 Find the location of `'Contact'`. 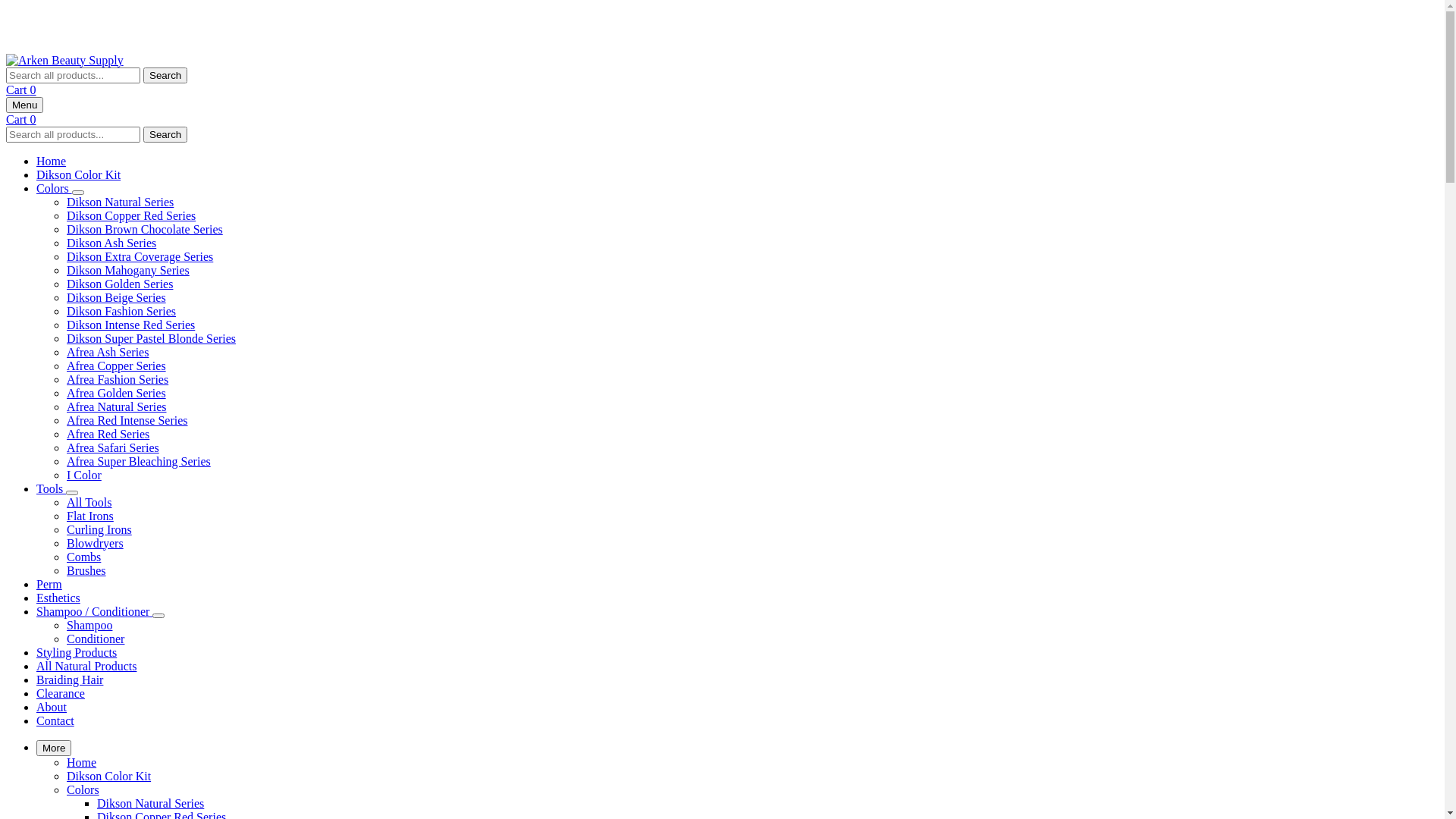

'Contact' is located at coordinates (55, 720).